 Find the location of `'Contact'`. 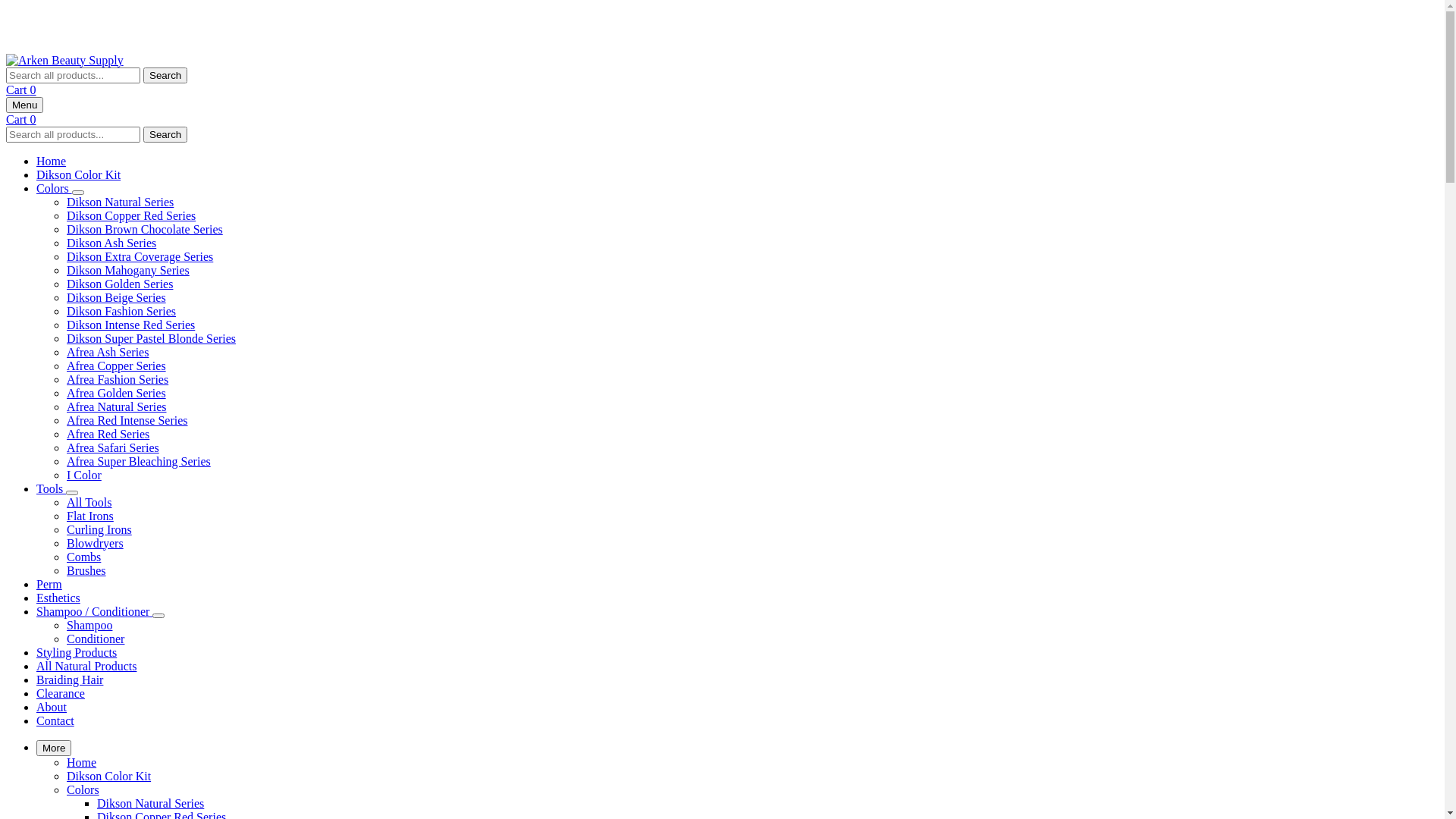

'Contact' is located at coordinates (55, 720).